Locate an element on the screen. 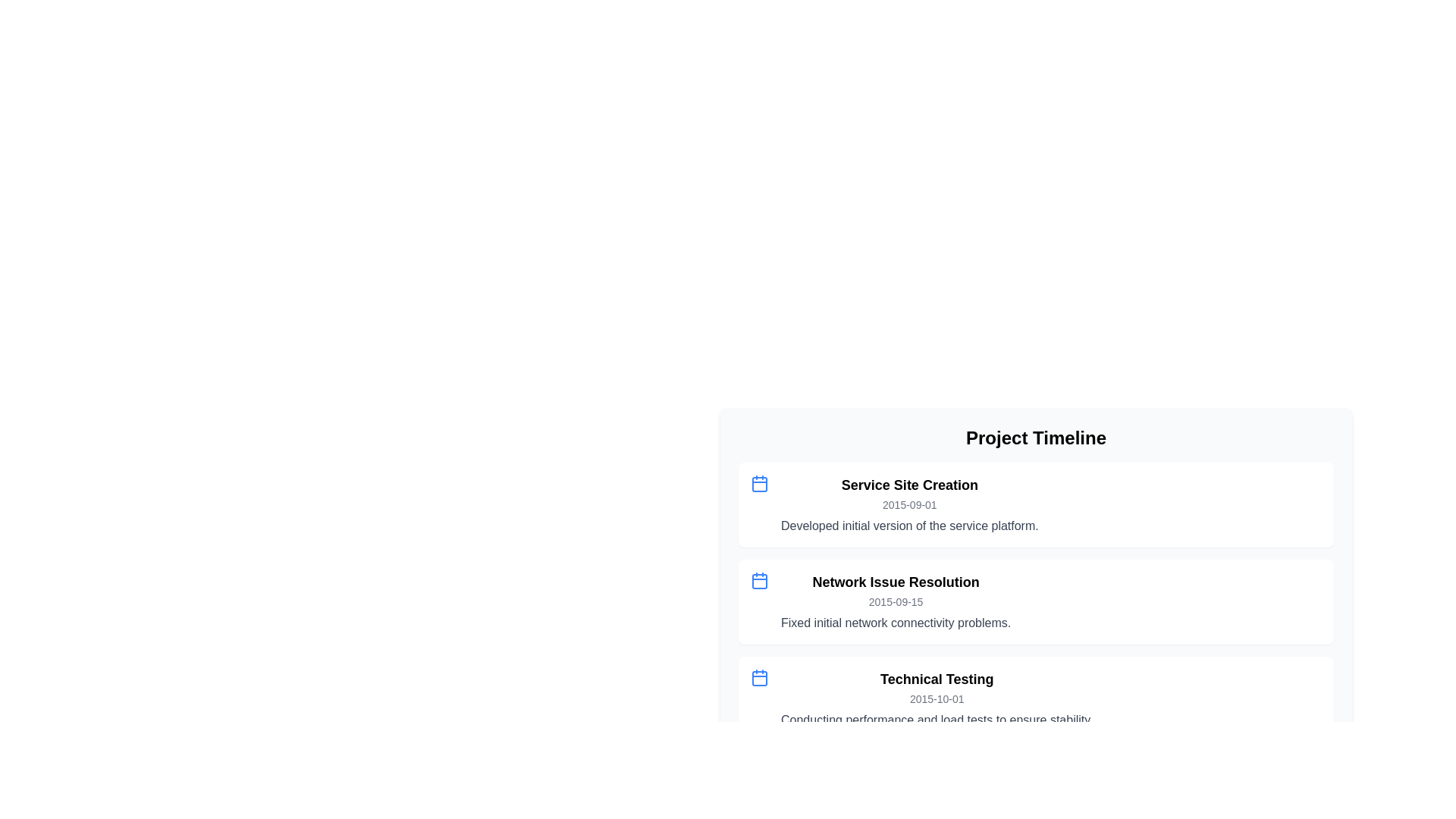 This screenshot has width=1456, height=819. title 'Network Issue Resolution' of the second timeline entry, which is located between 'Service Site Creation' and 'Technical Testing' is located at coordinates (896, 581).